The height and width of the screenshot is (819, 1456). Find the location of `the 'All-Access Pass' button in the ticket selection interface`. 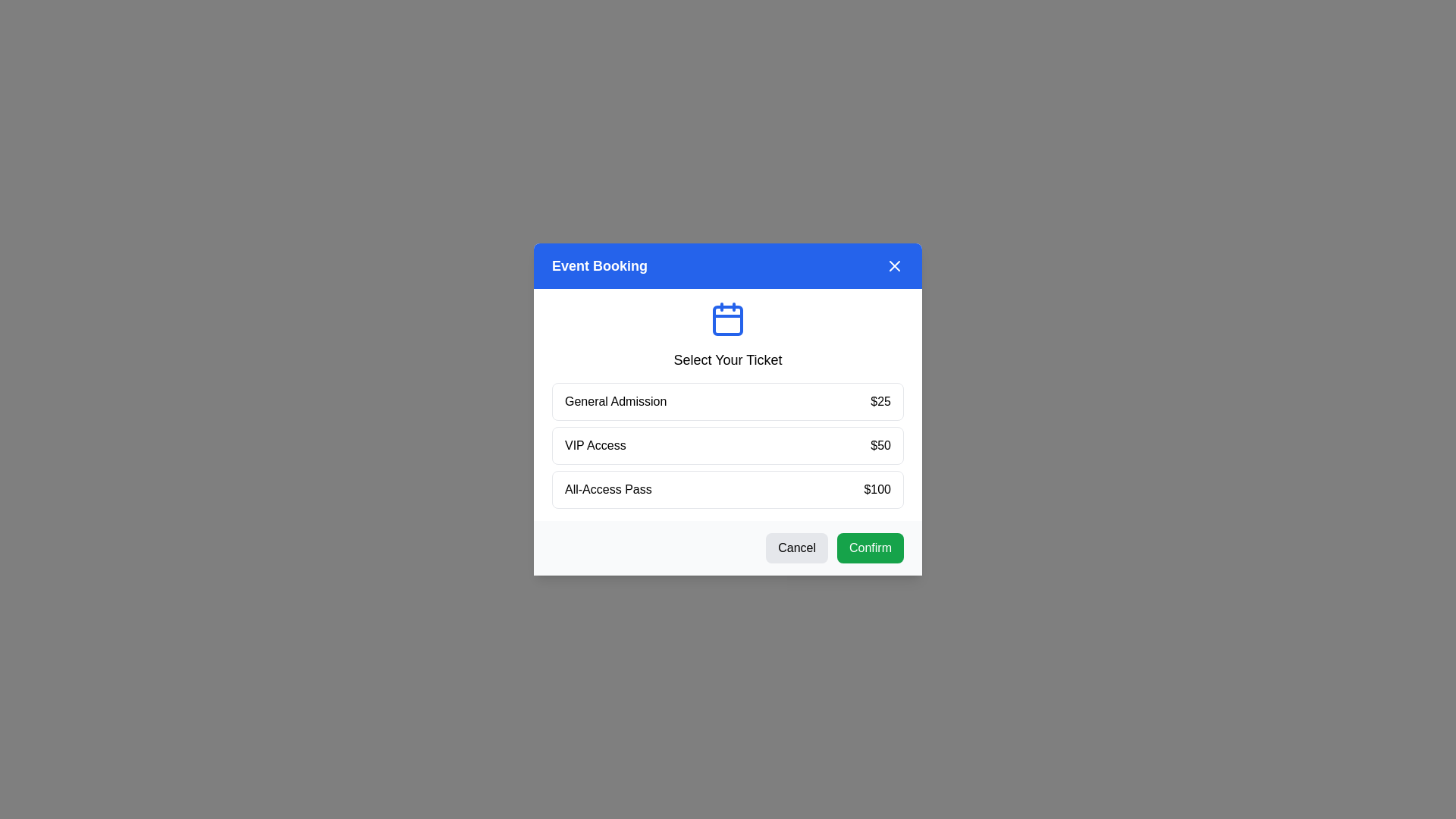

the 'All-Access Pass' button in the ticket selection interface is located at coordinates (728, 489).